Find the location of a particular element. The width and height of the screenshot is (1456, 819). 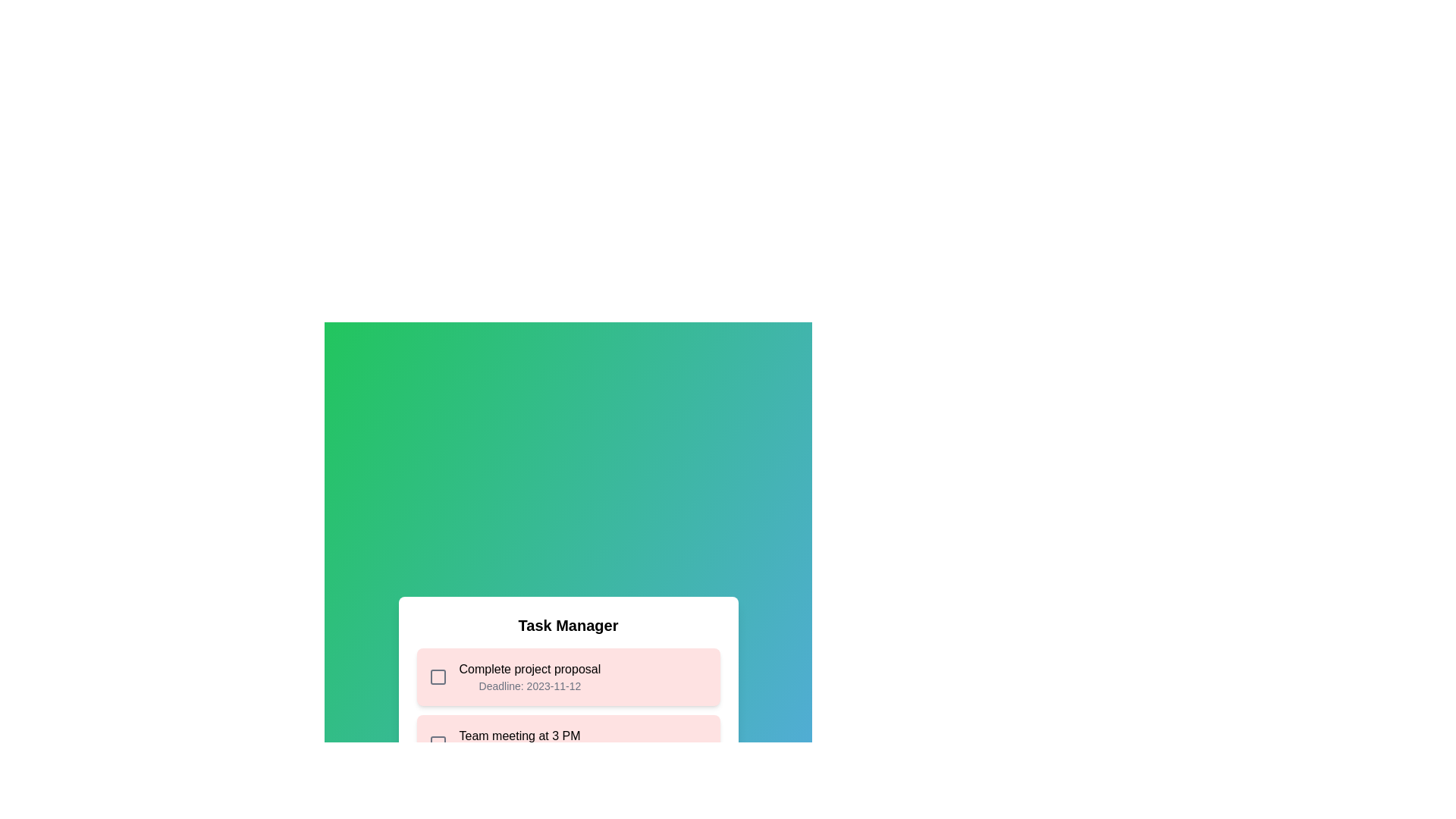

text label displaying 'Team meeting at 3 PM' which is located in the second task block of the task manager interface, positioned below the 'Complete project proposal' task and above the 'Deadline: 2023-11-13' is located at coordinates (519, 736).